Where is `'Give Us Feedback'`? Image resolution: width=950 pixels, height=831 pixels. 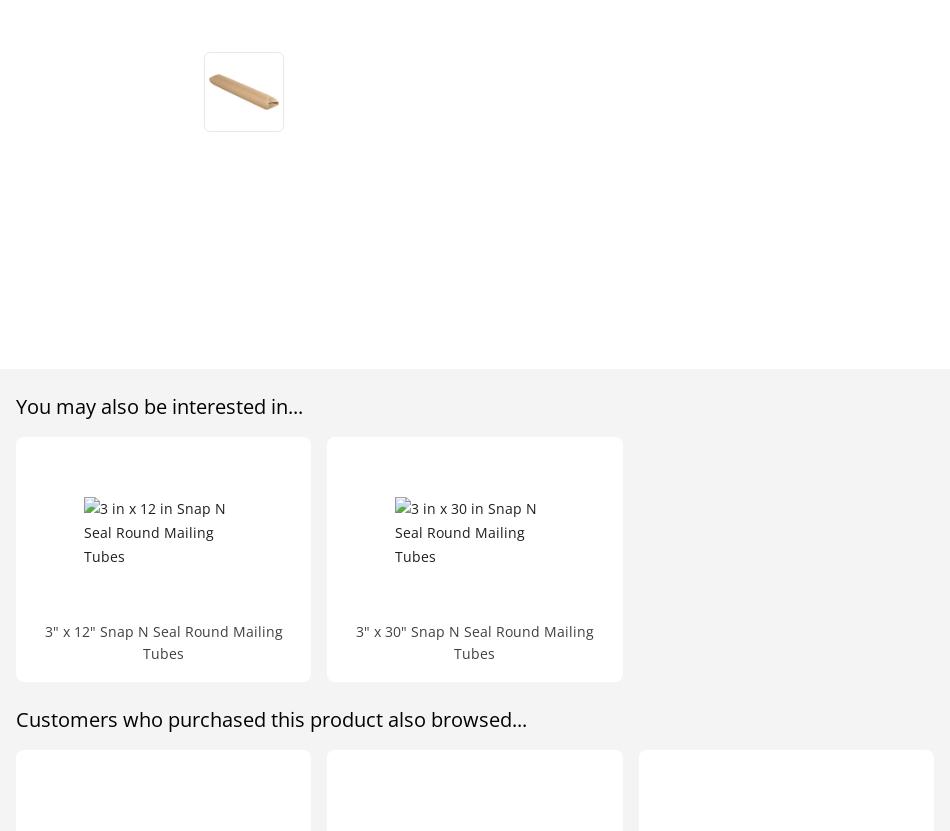 'Give Us Feedback' is located at coordinates (438, 218).